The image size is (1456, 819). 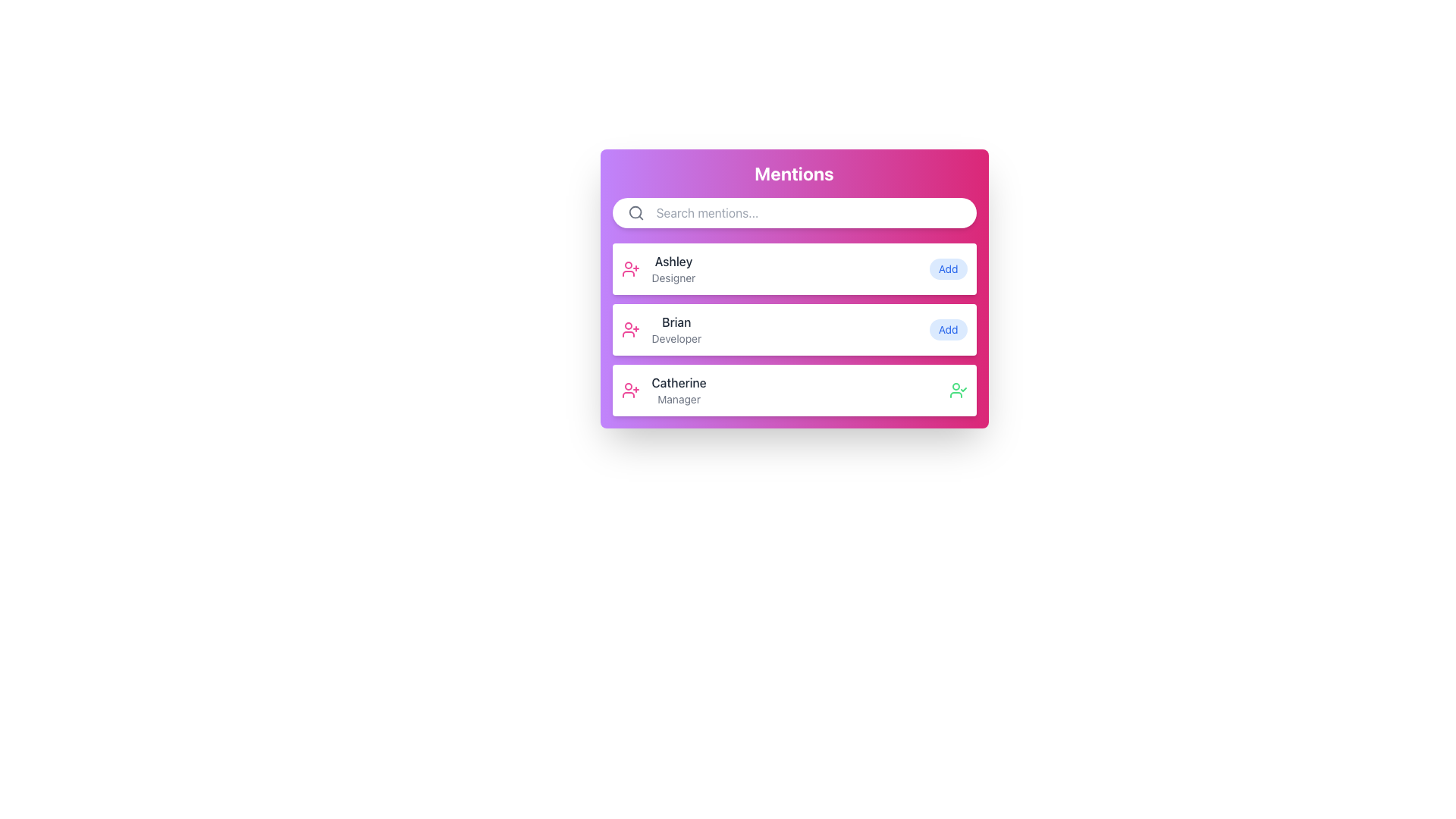 What do you see at coordinates (678, 399) in the screenshot?
I see `the text label displaying 'Manager' located below 'Catherine' in the third row of the 'Mentions' interface` at bounding box center [678, 399].